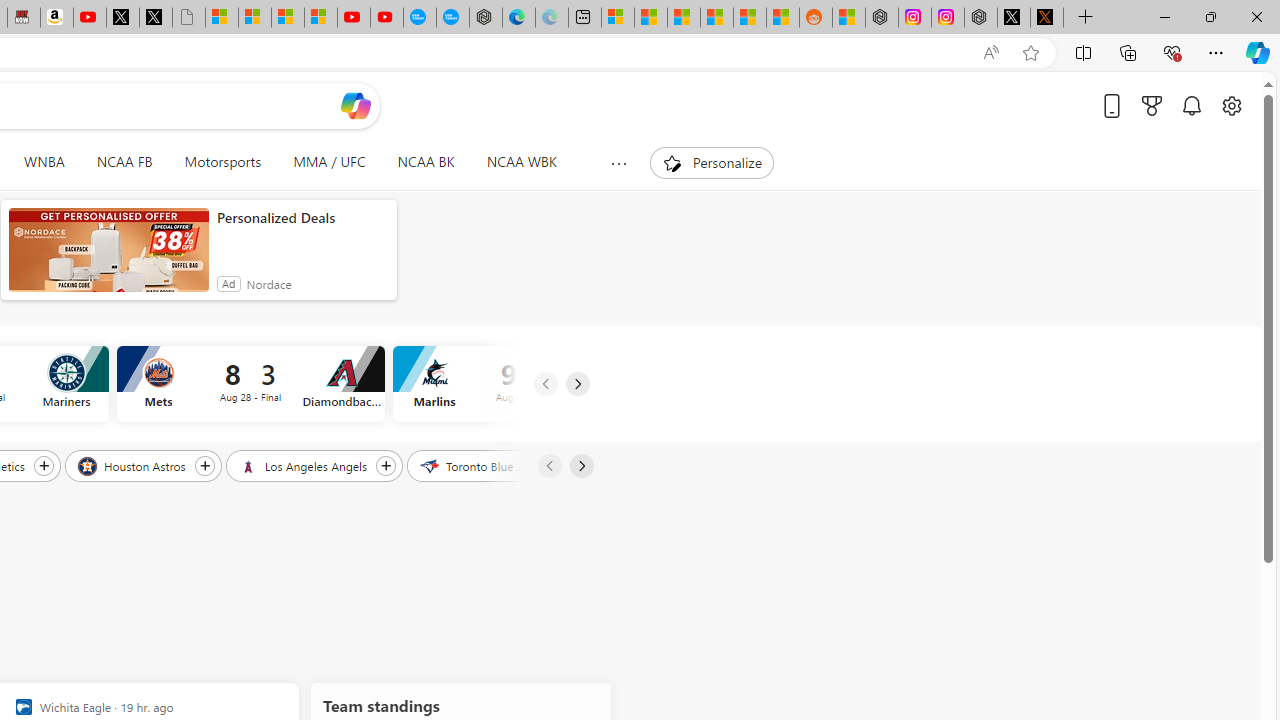 This screenshot has height=720, width=1280. What do you see at coordinates (425, 162) in the screenshot?
I see `'NCAA BK'` at bounding box center [425, 162].